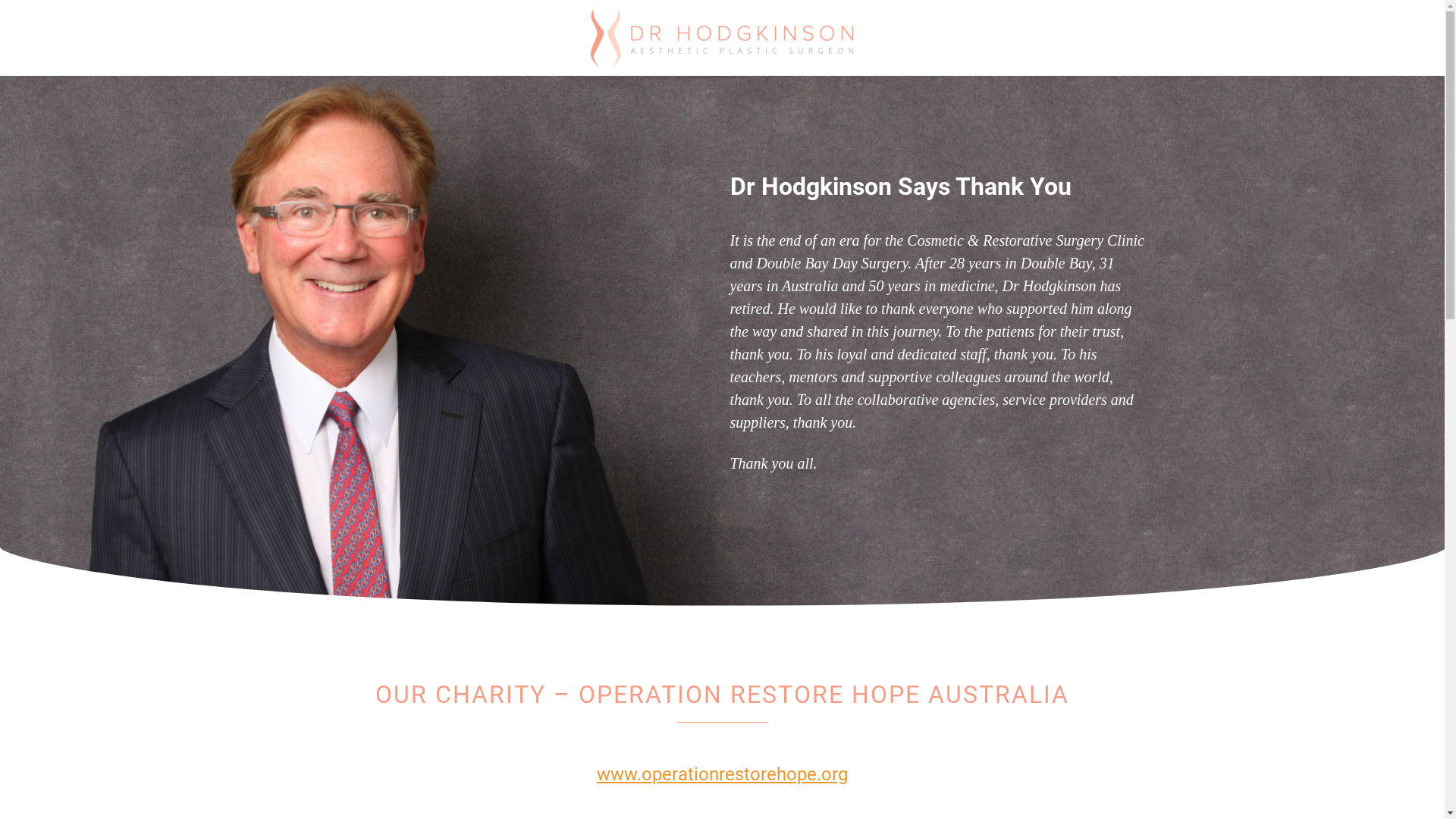 The image size is (1456, 819). What do you see at coordinates (721, 774) in the screenshot?
I see `'www.operationrestorehope.org'` at bounding box center [721, 774].